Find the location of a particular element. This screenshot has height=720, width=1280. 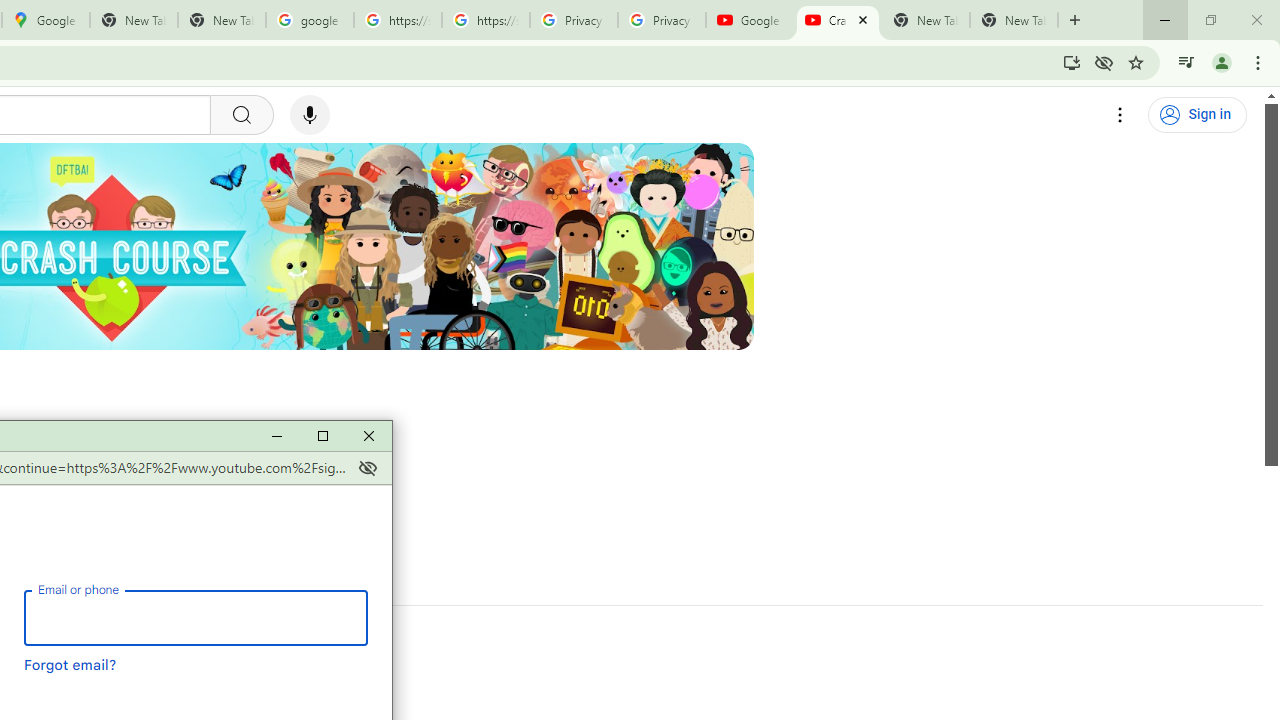

'Install YouTube' is located at coordinates (1071, 61).